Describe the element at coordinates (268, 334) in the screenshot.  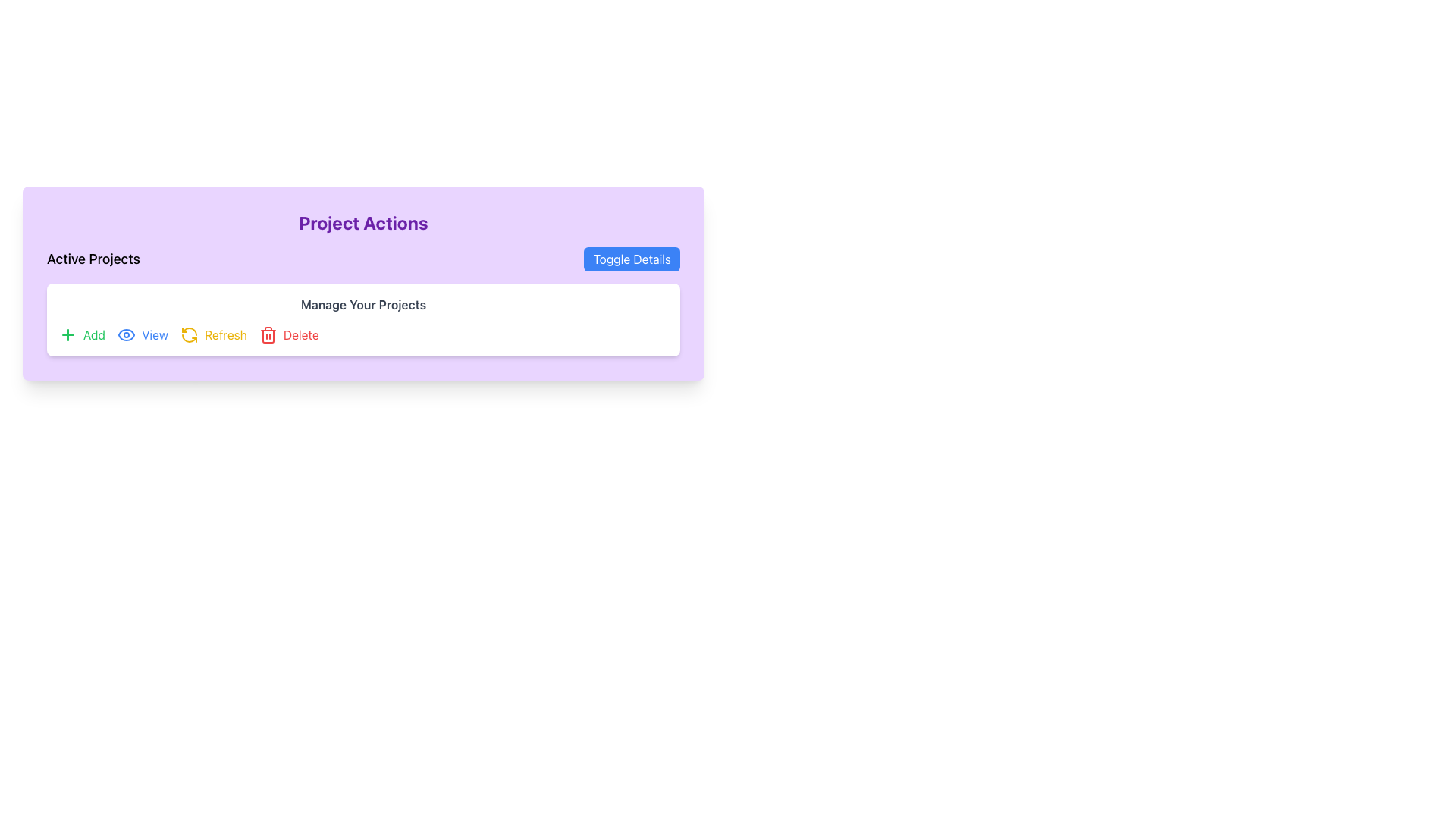
I see `the red trash can icon located within the 'Delete' button in the Manage Your Projects section` at that location.